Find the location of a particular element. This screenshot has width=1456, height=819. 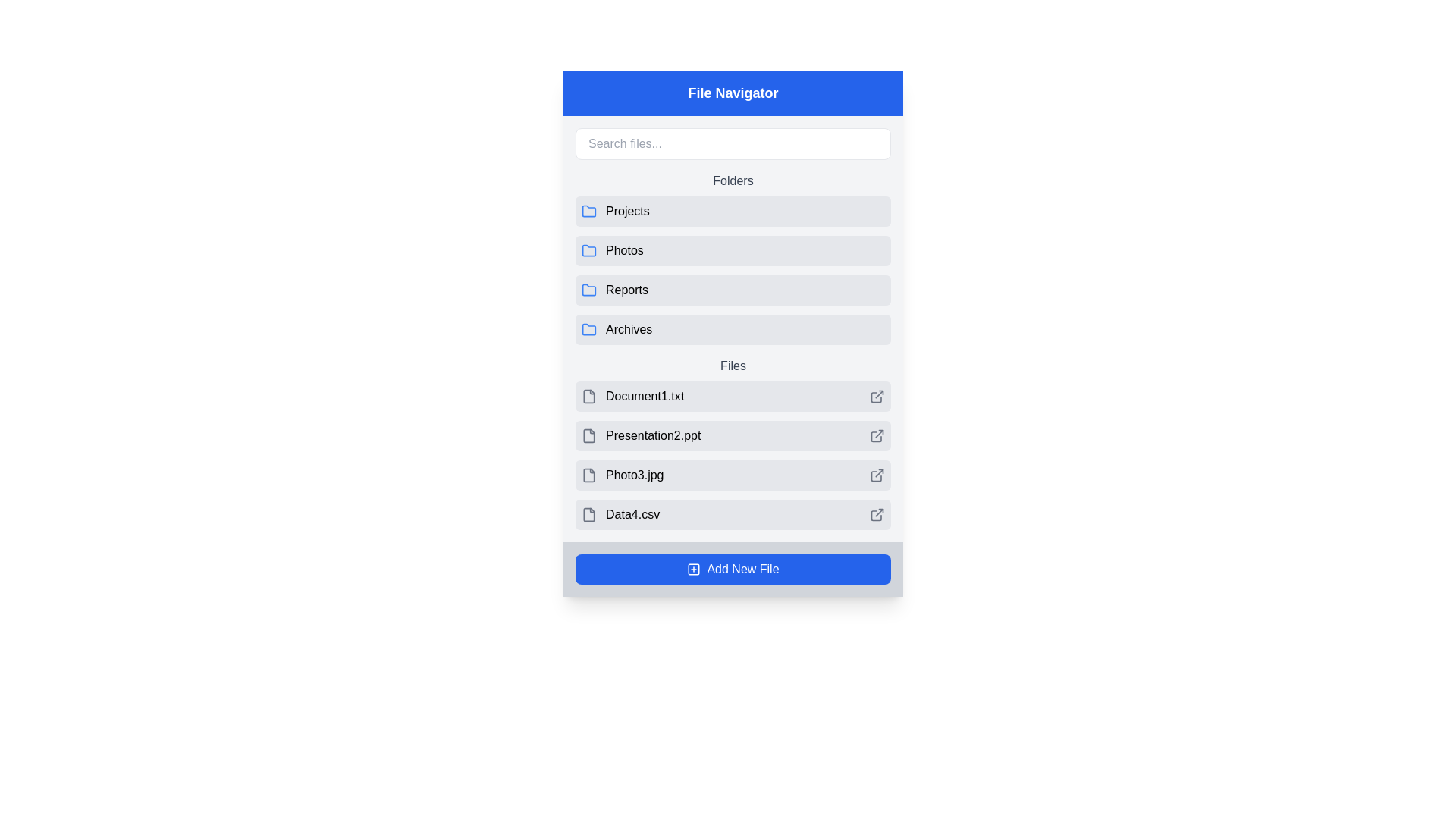

the file icon next to the label 'Photo3.jpg' in the 'Files' section is located at coordinates (588, 475).